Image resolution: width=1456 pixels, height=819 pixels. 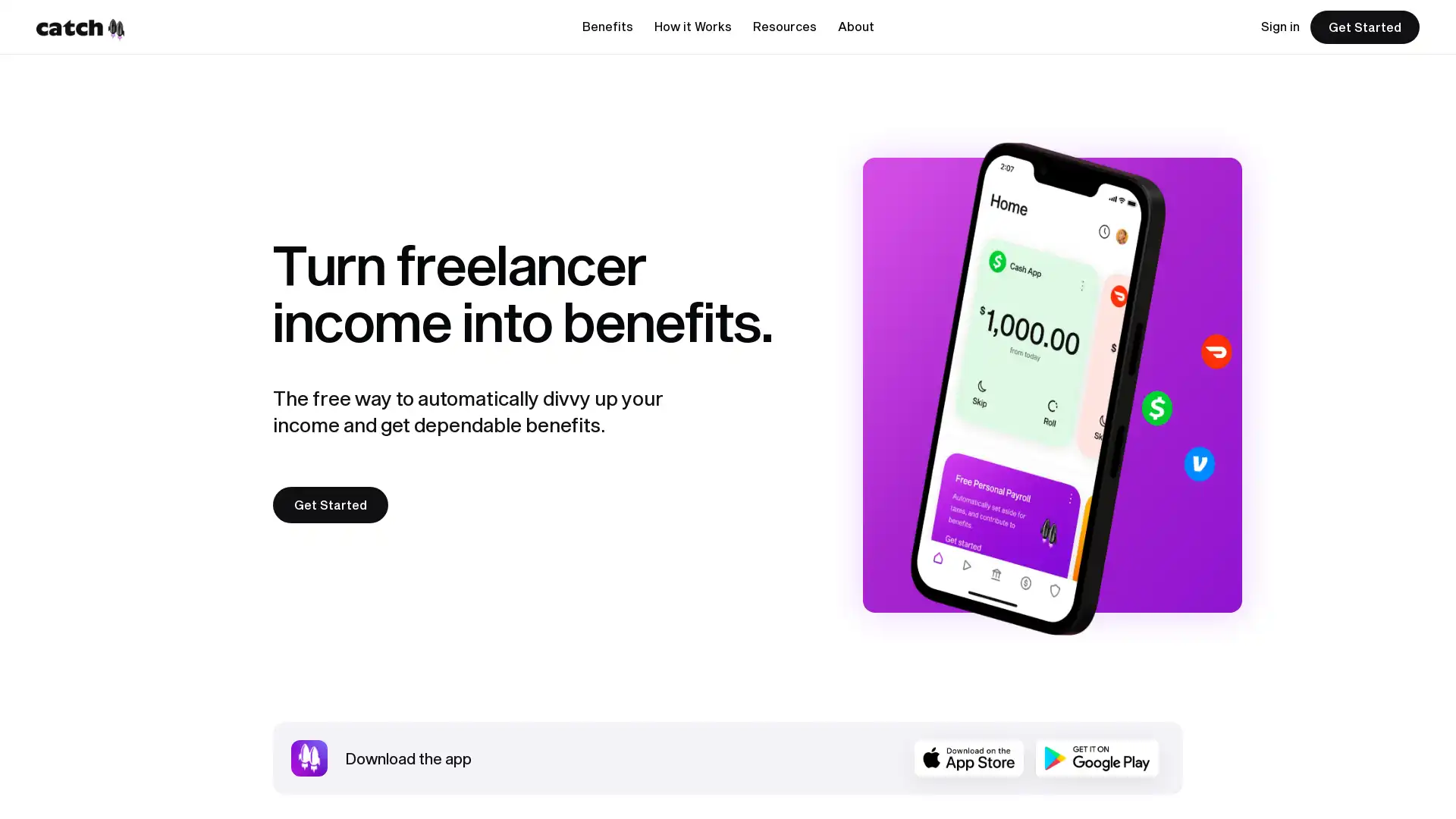 I want to click on Get Started, so click(x=1365, y=27).